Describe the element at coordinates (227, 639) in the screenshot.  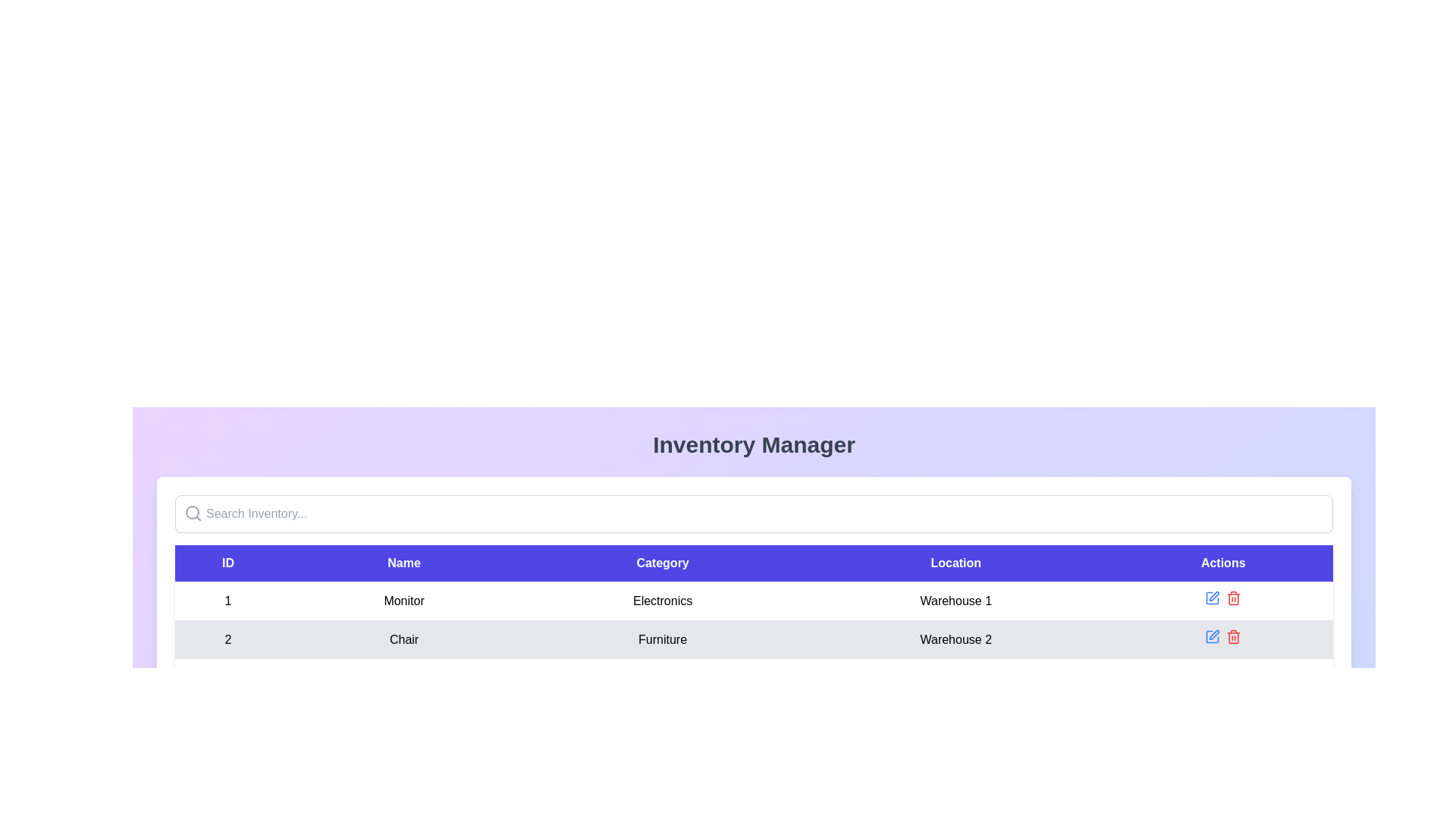
I see `the first cell in the data table that contains the identifier '2' for the item 'Chair' in the 'ID' column` at that location.